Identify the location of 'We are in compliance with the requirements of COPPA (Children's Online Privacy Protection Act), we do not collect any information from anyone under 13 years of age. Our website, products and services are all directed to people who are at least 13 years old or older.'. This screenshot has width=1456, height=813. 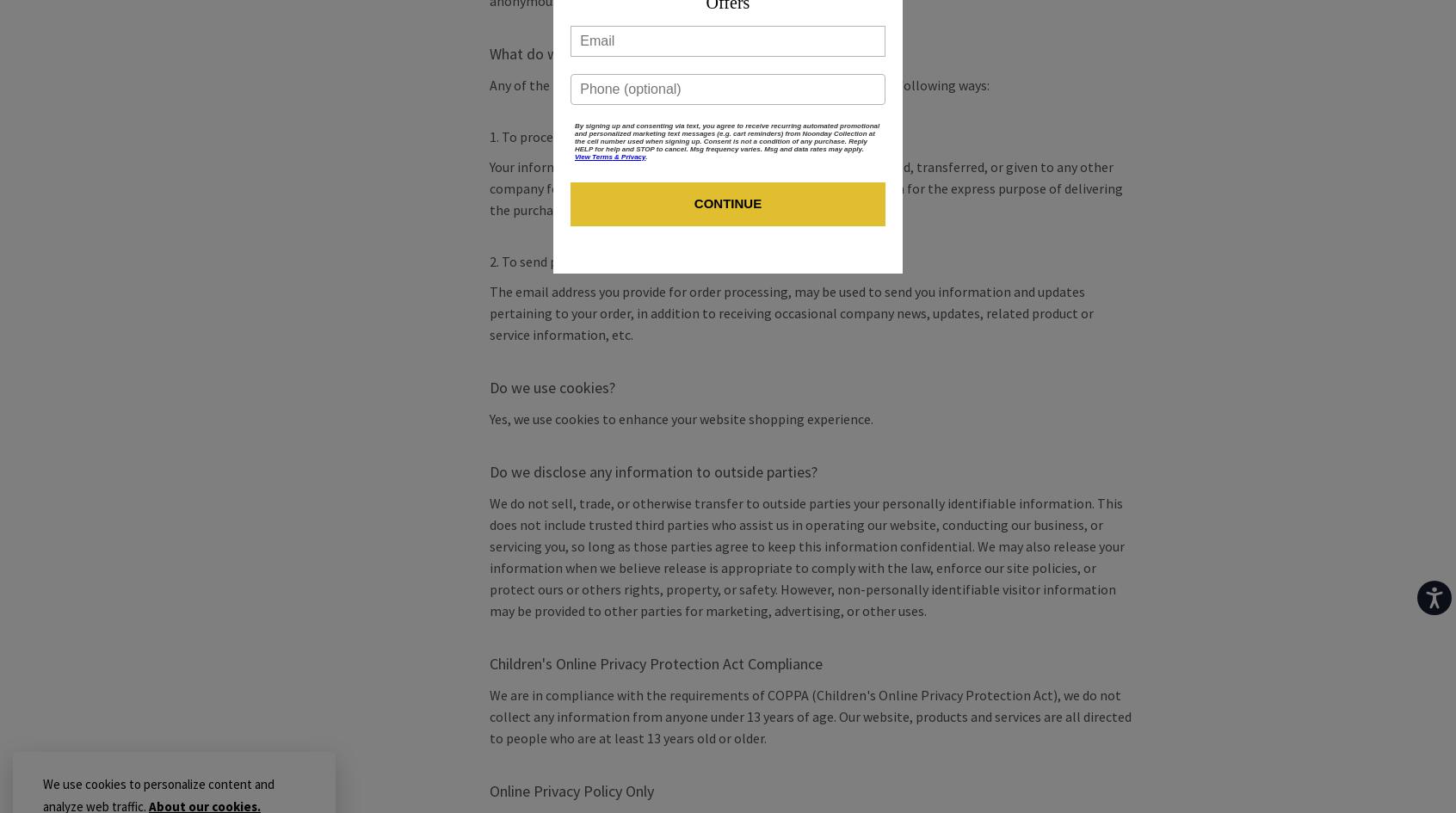
(809, 717).